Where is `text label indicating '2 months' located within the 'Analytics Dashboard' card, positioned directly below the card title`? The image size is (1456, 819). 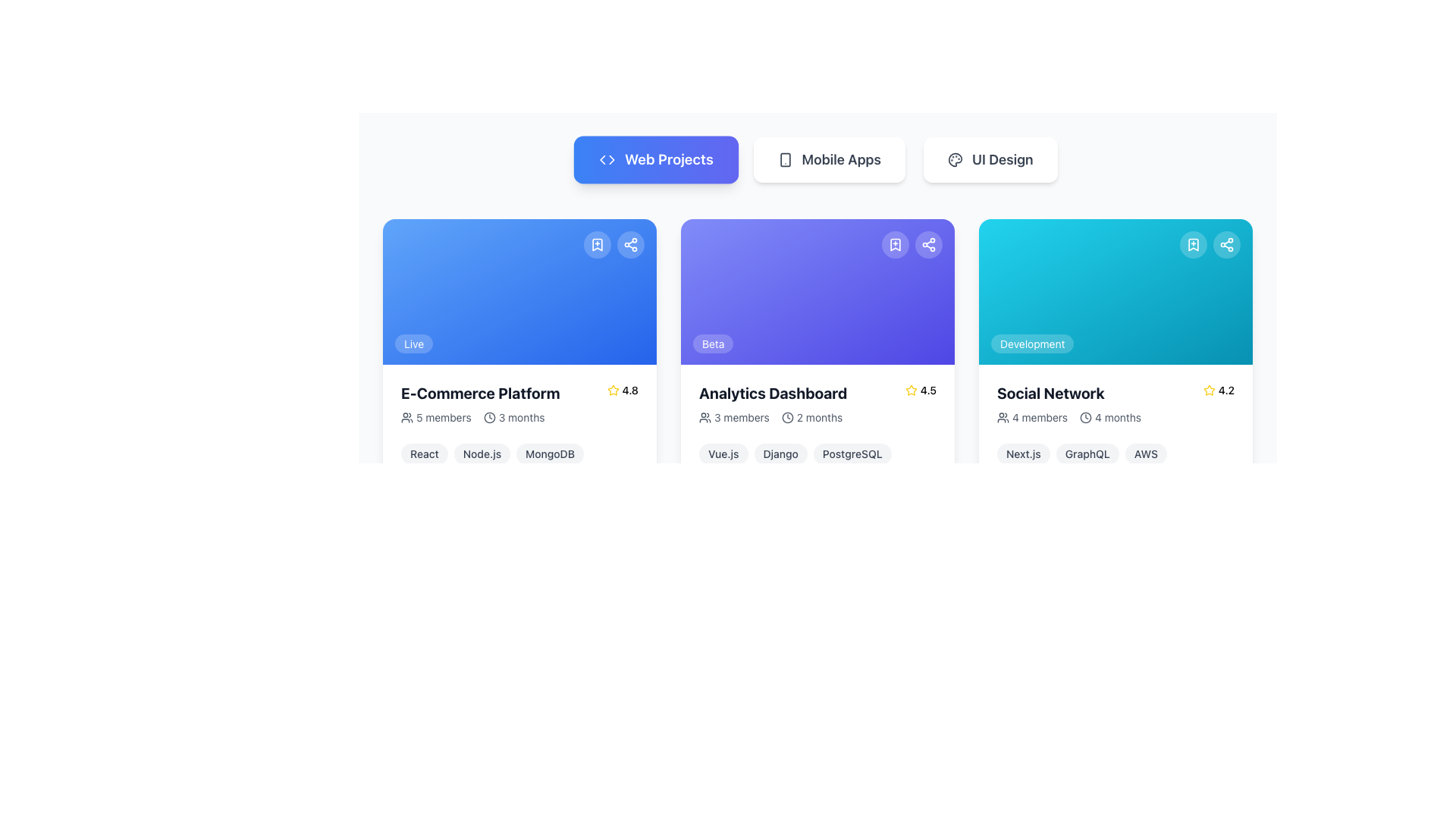 text label indicating '2 months' located within the 'Analytics Dashboard' card, positioned directly below the card title is located at coordinates (811, 418).